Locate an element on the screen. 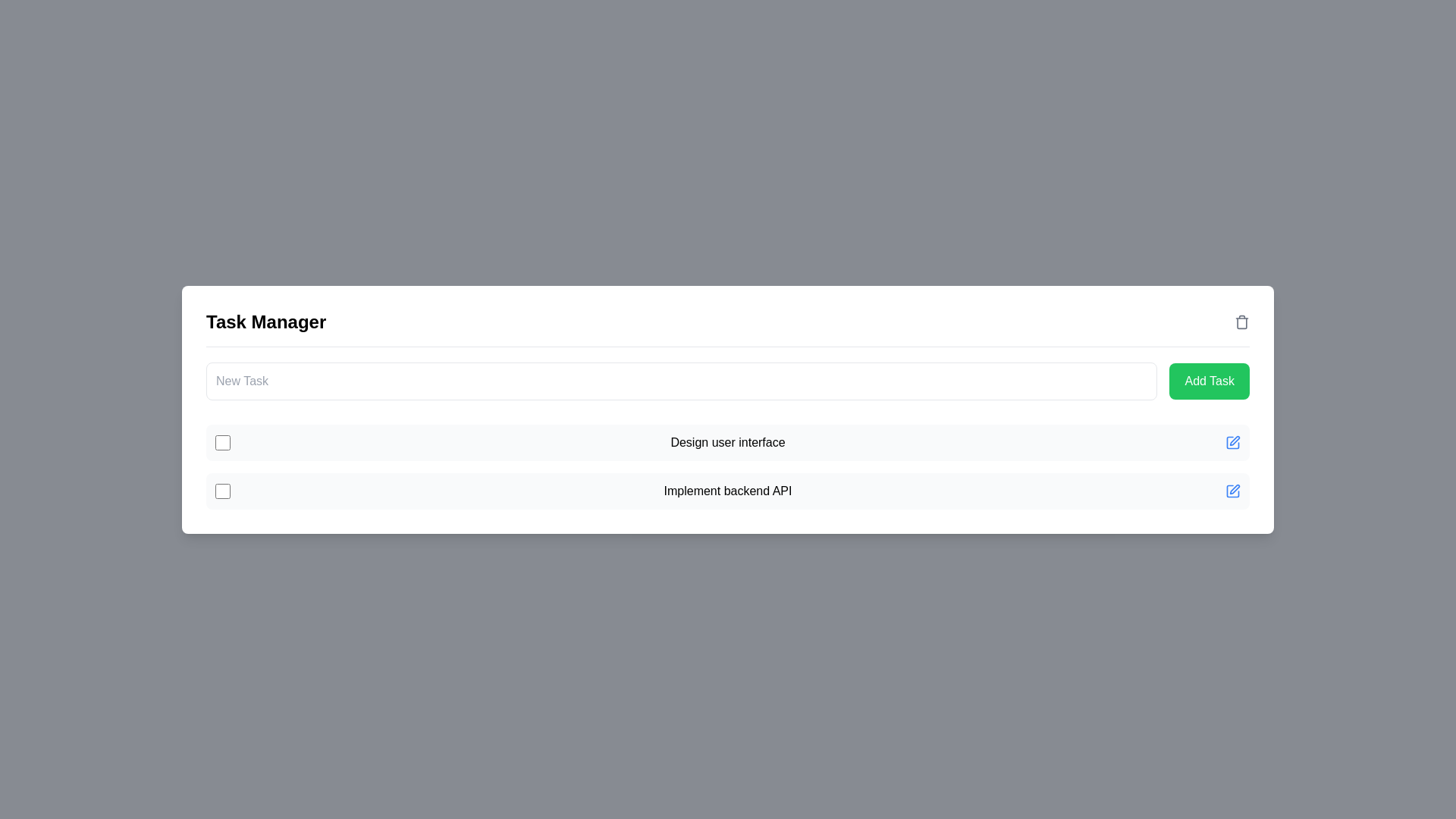  the checkbox for the task 'Design user interface', which is located to the left of its textual description in the task row is located at coordinates (221, 441).